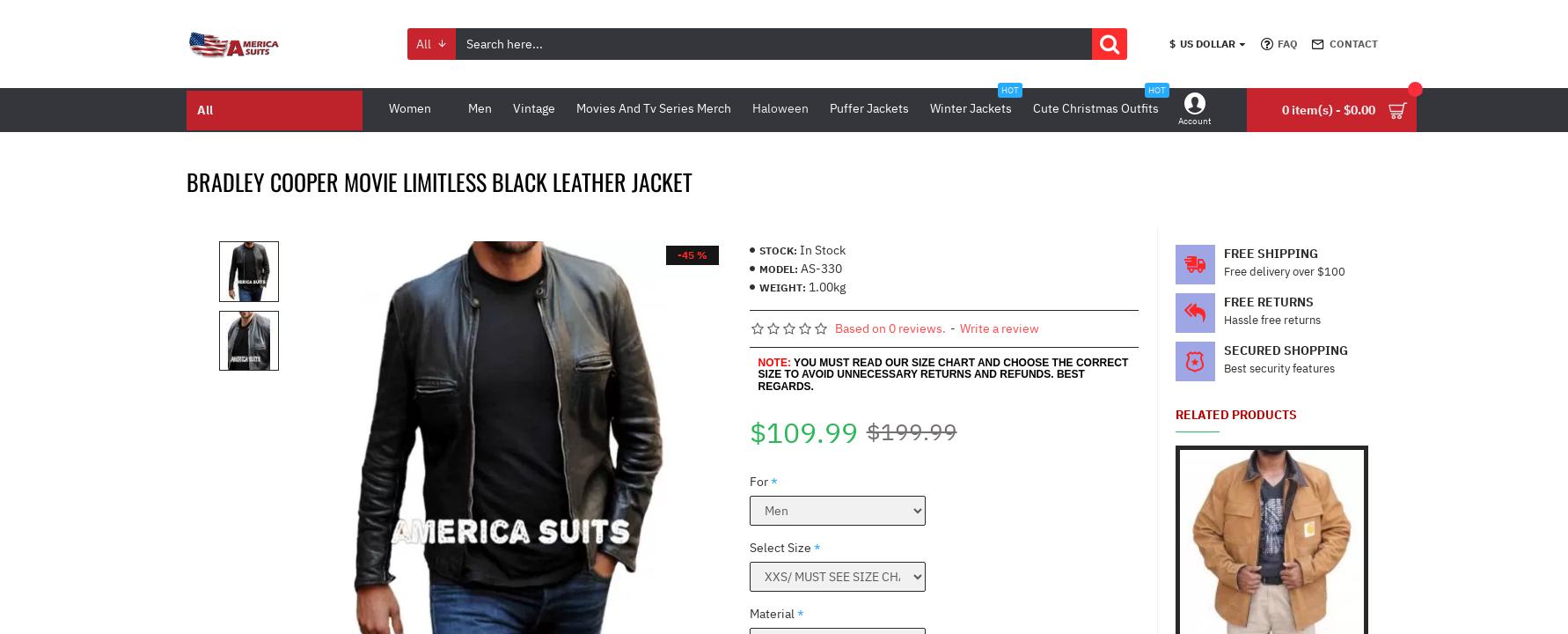  Describe the element at coordinates (1285, 350) in the screenshot. I see `'Secured Shopping'` at that location.